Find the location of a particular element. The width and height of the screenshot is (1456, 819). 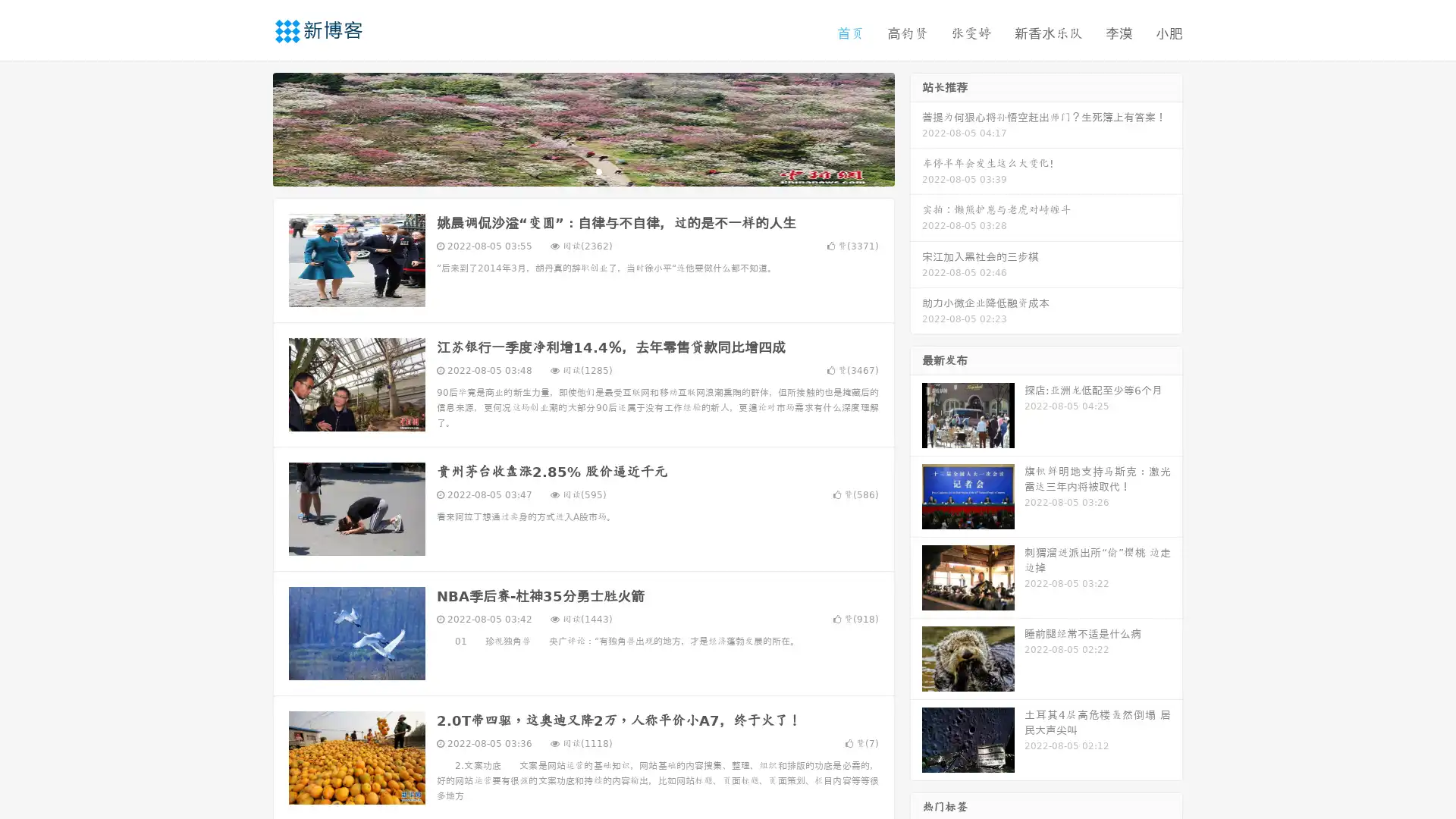

Go to slide 1 is located at coordinates (567, 171).